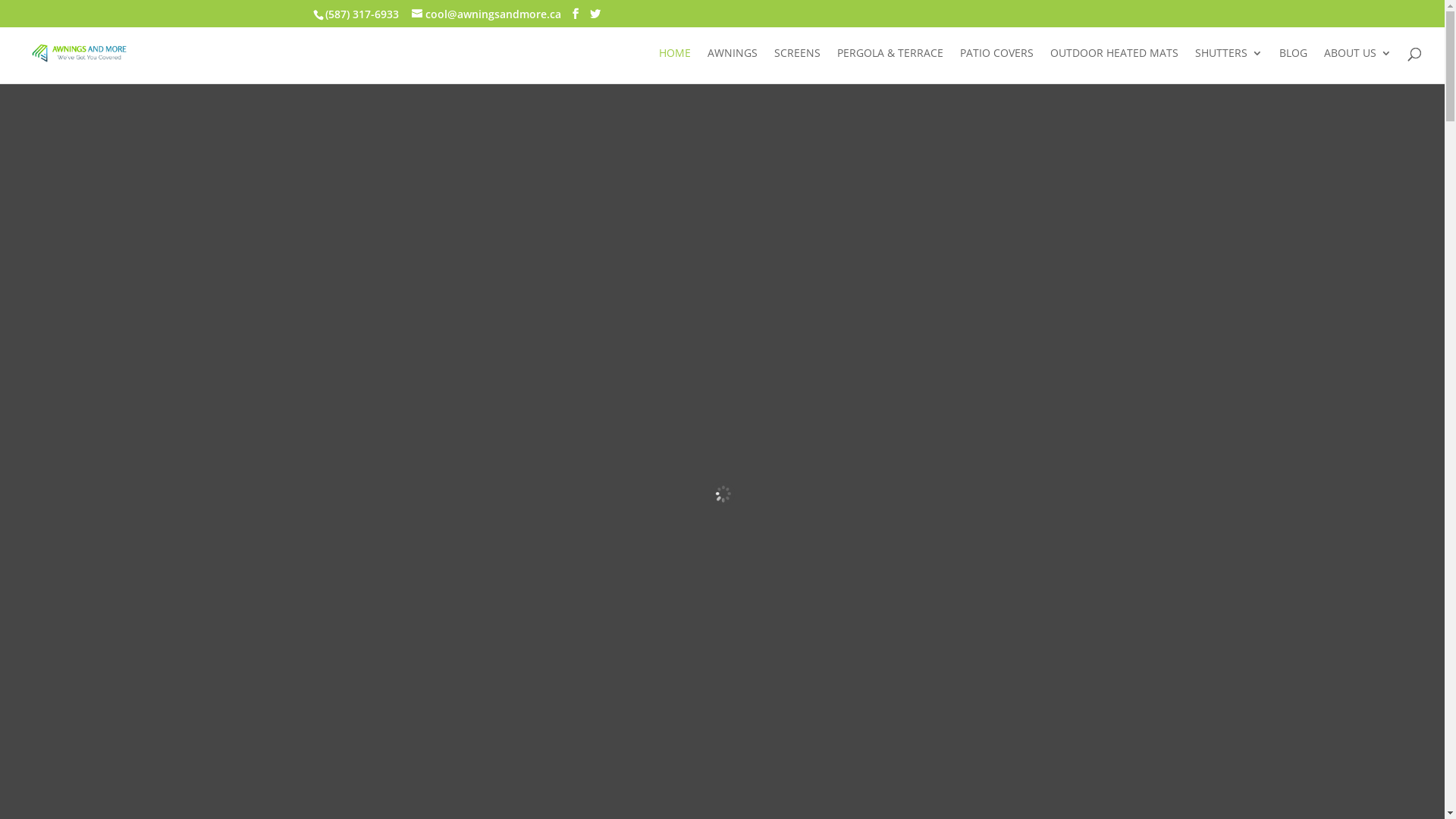 This screenshot has height=819, width=1456. What do you see at coordinates (1050, 64) in the screenshot?
I see `'OUTDOOR HEATED MATS'` at bounding box center [1050, 64].